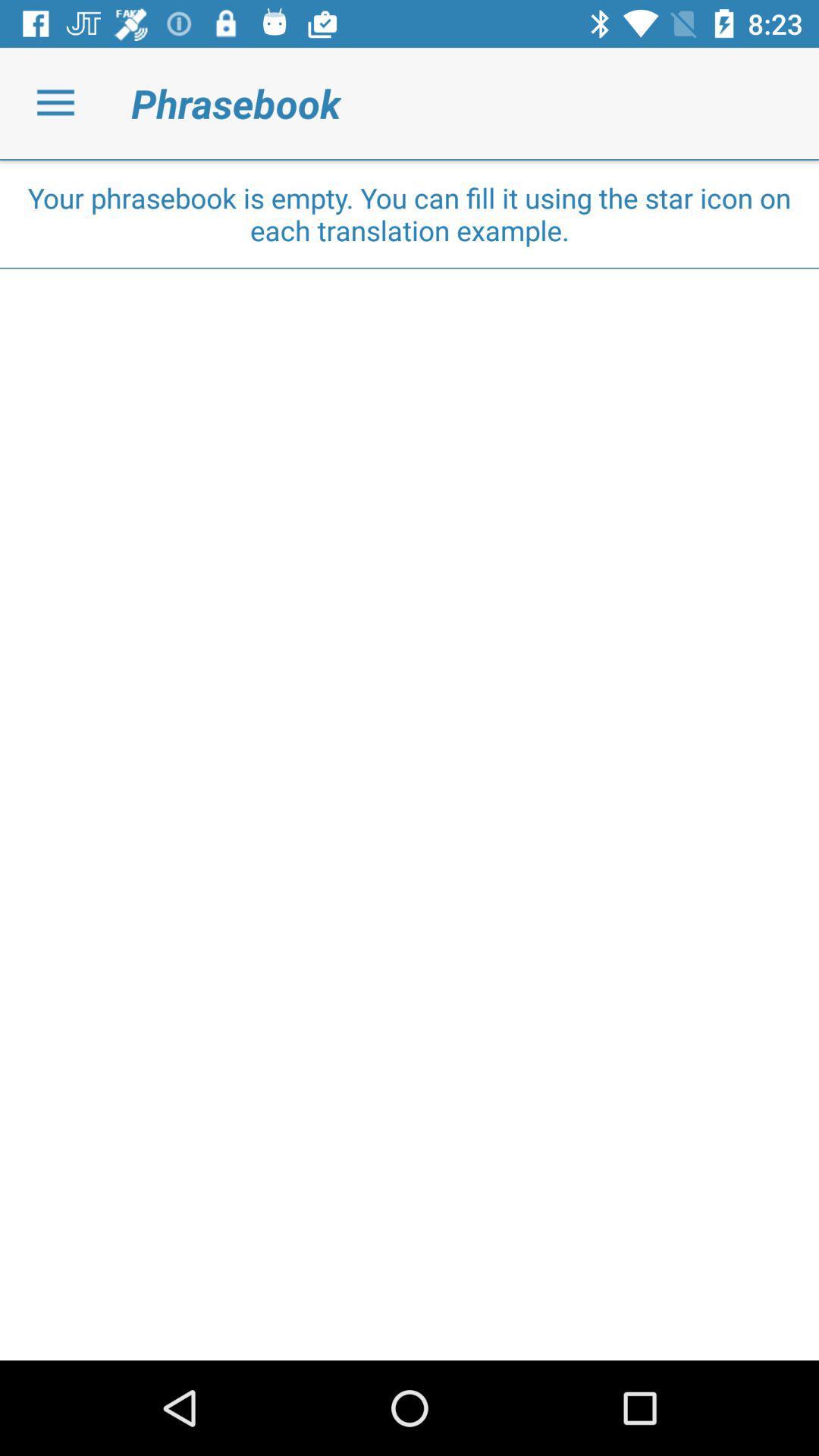 The width and height of the screenshot is (819, 1456). I want to click on item below your phrasebook is icon, so click(409, 268).